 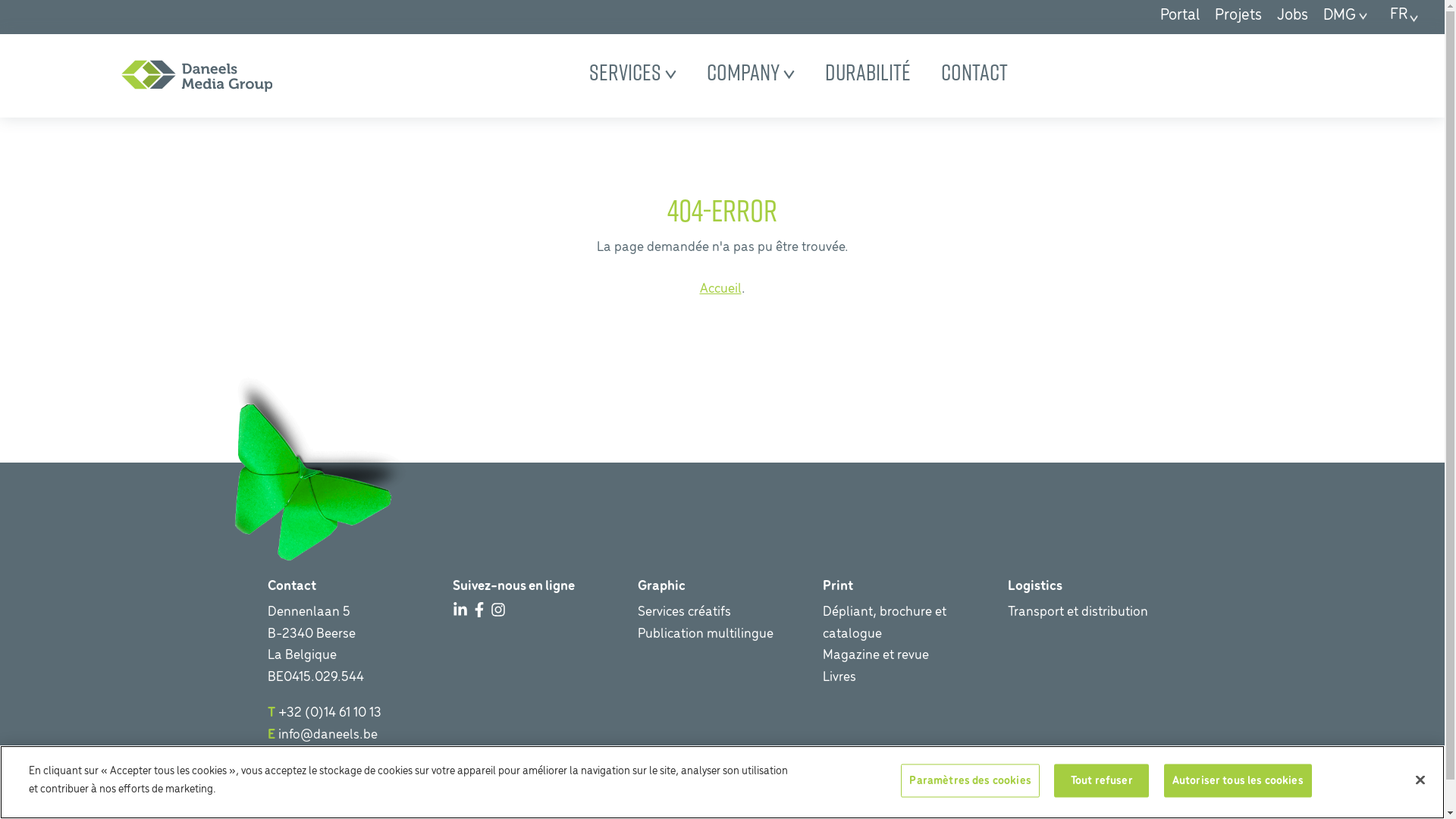 What do you see at coordinates (1076, 611) in the screenshot?
I see `'Transport et distribution'` at bounding box center [1076, 611].